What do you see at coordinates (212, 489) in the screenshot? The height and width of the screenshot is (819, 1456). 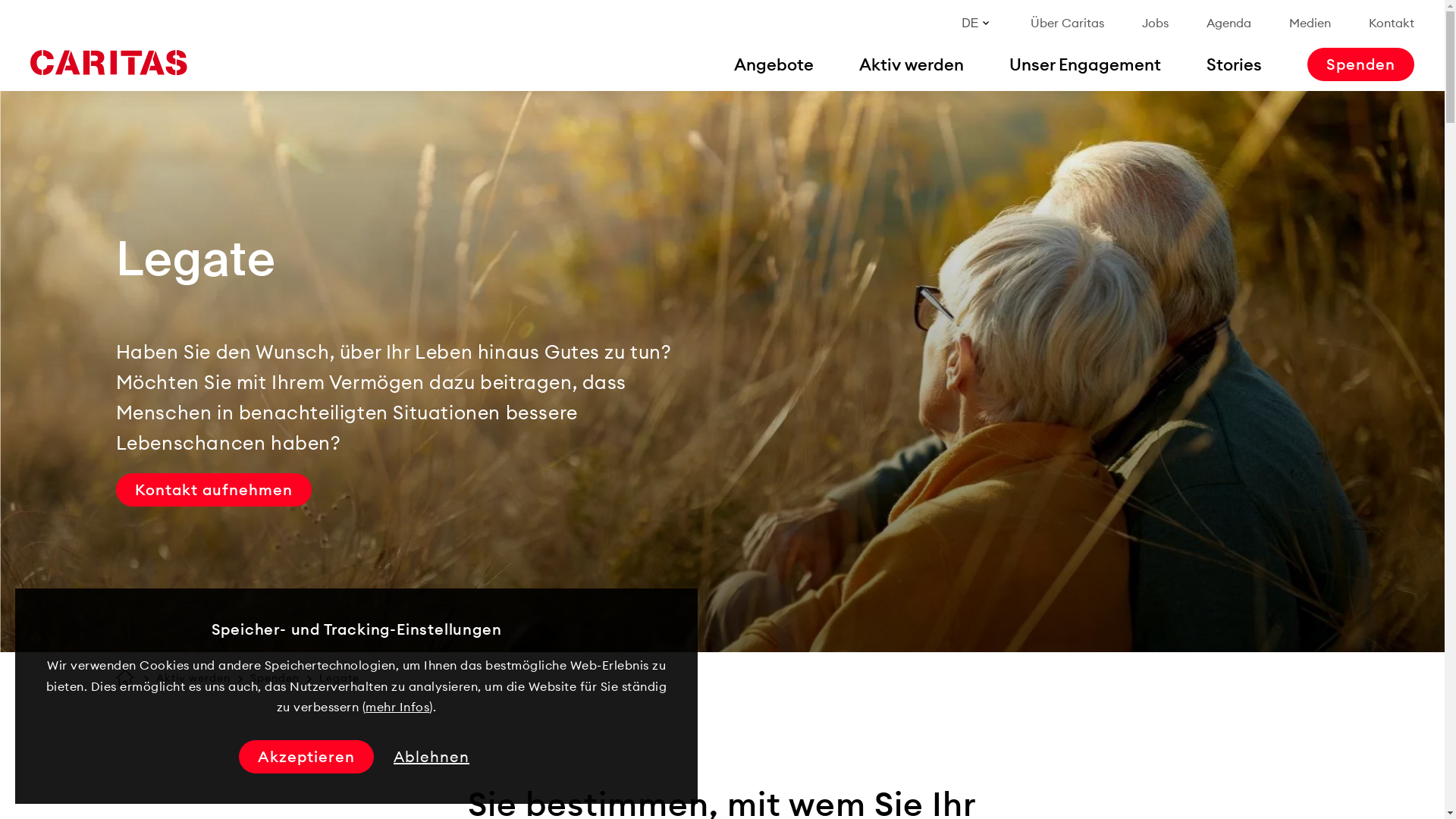 I see `'Kontakt aufnehmen'` at bounding box center [212, 489].